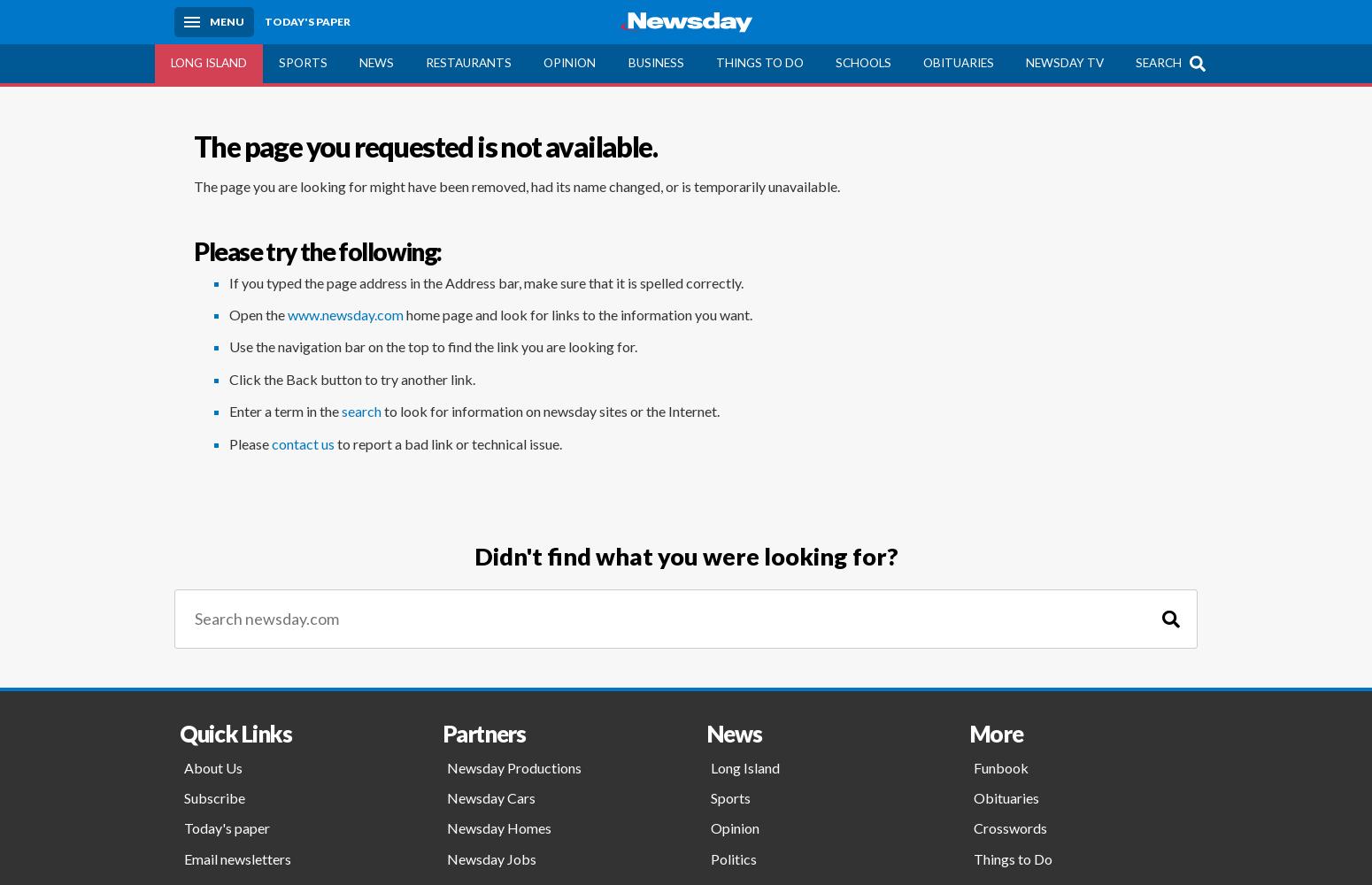 The image size is (1372, 885). I want to click on 'Quick Links', so click(235, 732).